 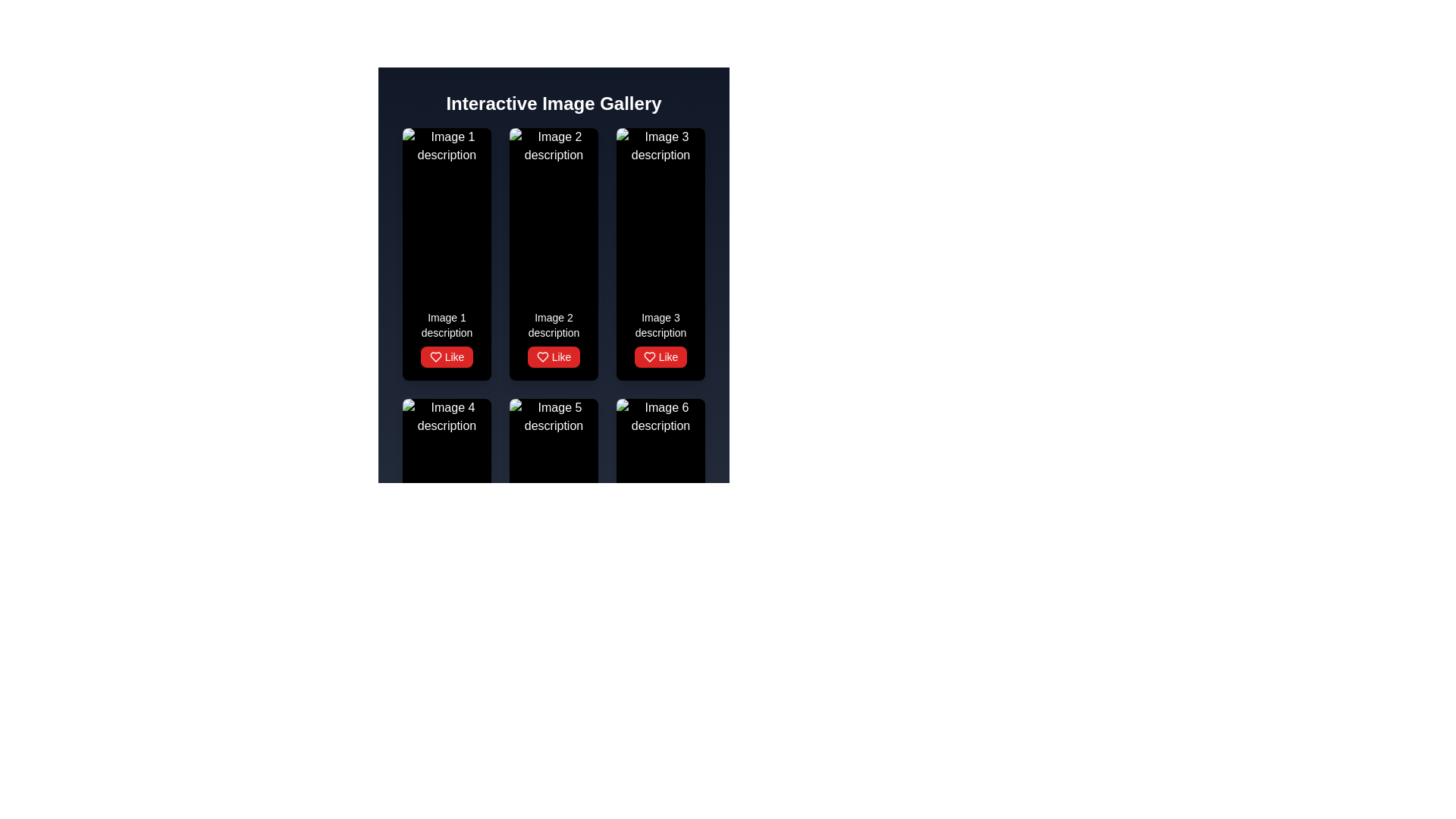 What do you see at coordinates (542, 356) in the screenshot?
I see `the smaller heart icon outlined in white on a red background, located within the 'Like' button at the bottom of the second column of the image gallery grid` at bounding box center [542, 356].